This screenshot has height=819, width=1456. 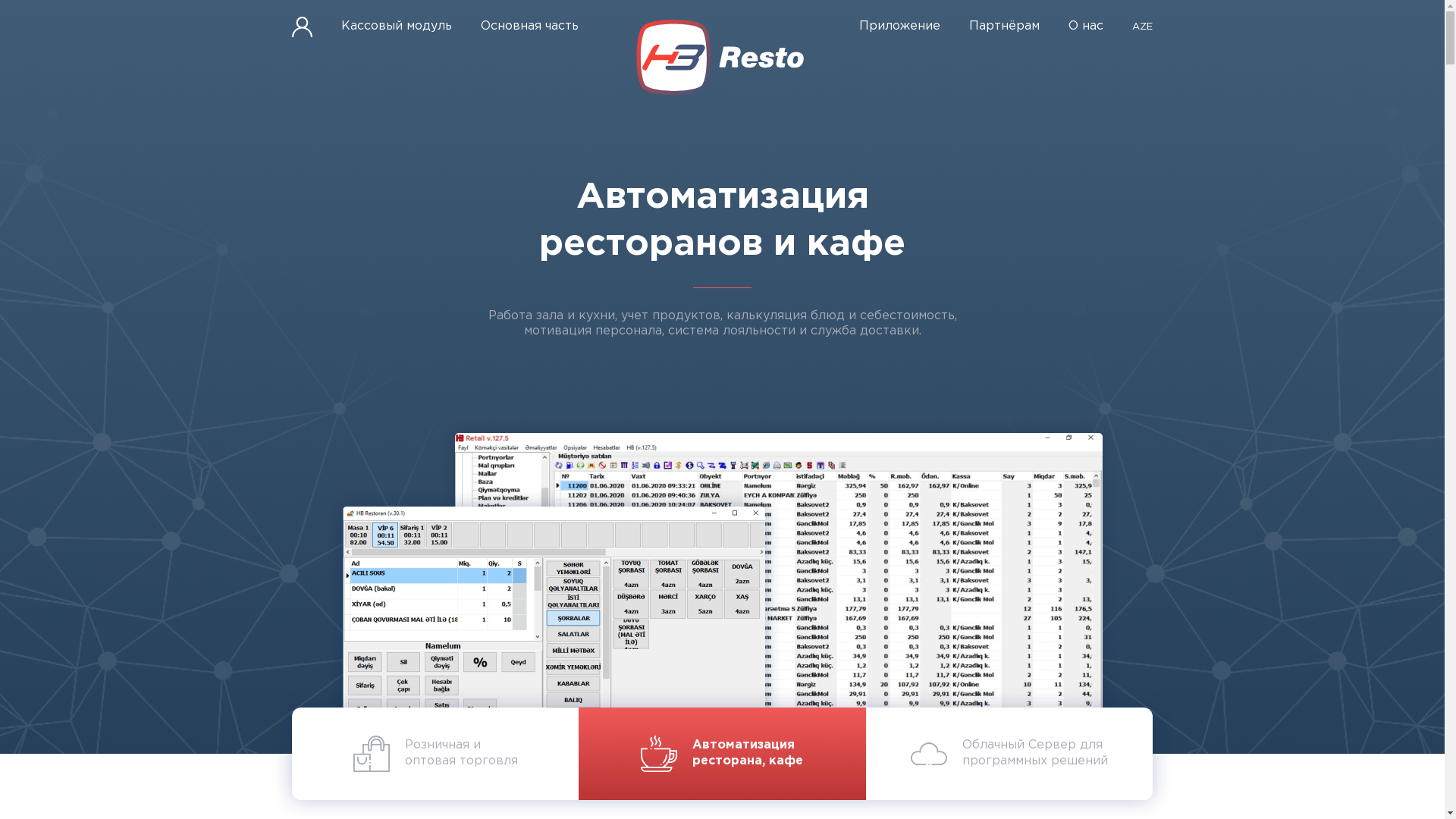 What do you see at coordinates (1142, 27) in the screenshot?
I see `'AZE'` at bounding box center [1142, 27].